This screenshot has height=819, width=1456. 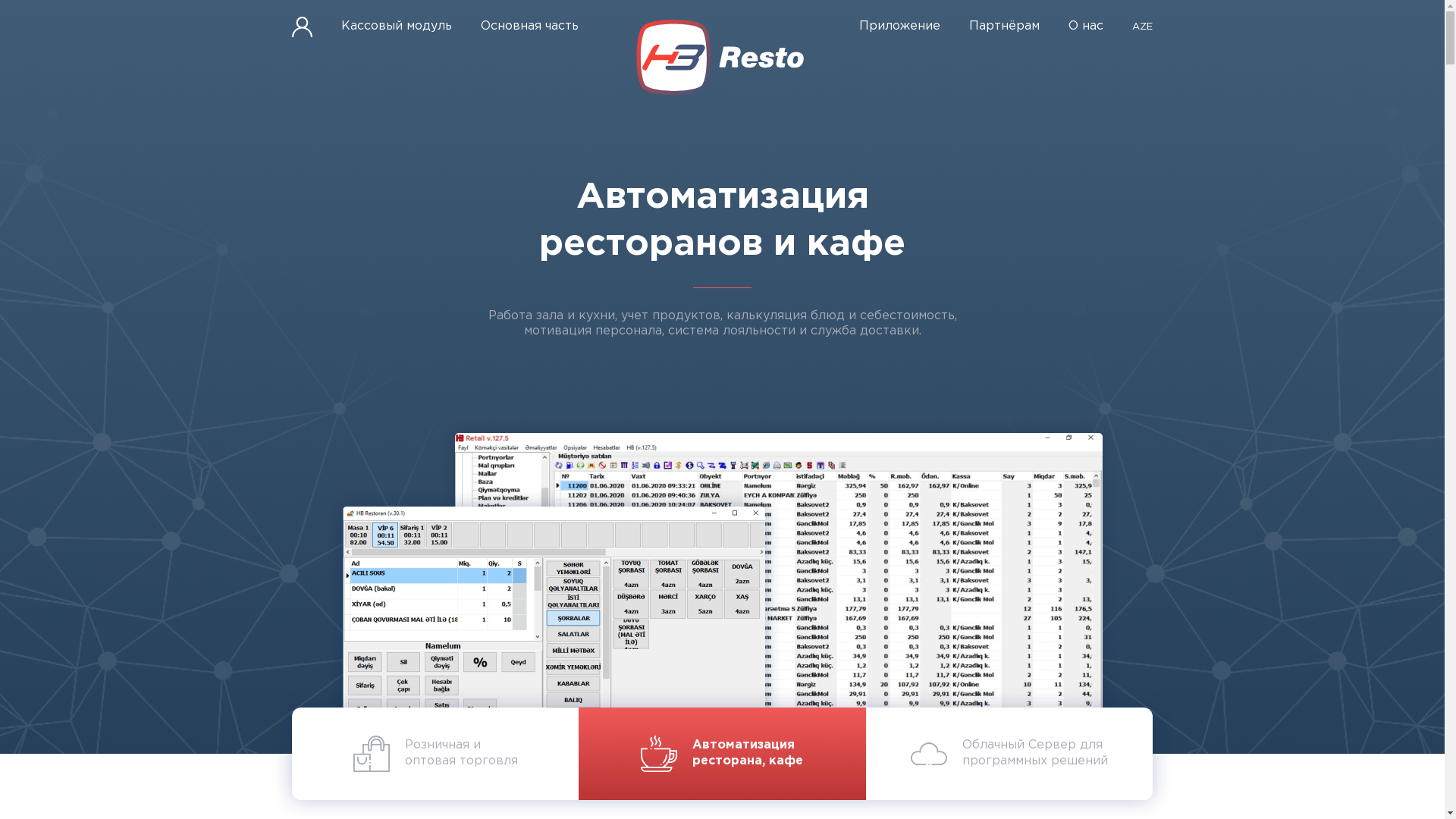 What do you see at coordinates (1142, 27) in the screenshot?
I see `'AZE'` at bounding box center [1142, 27].